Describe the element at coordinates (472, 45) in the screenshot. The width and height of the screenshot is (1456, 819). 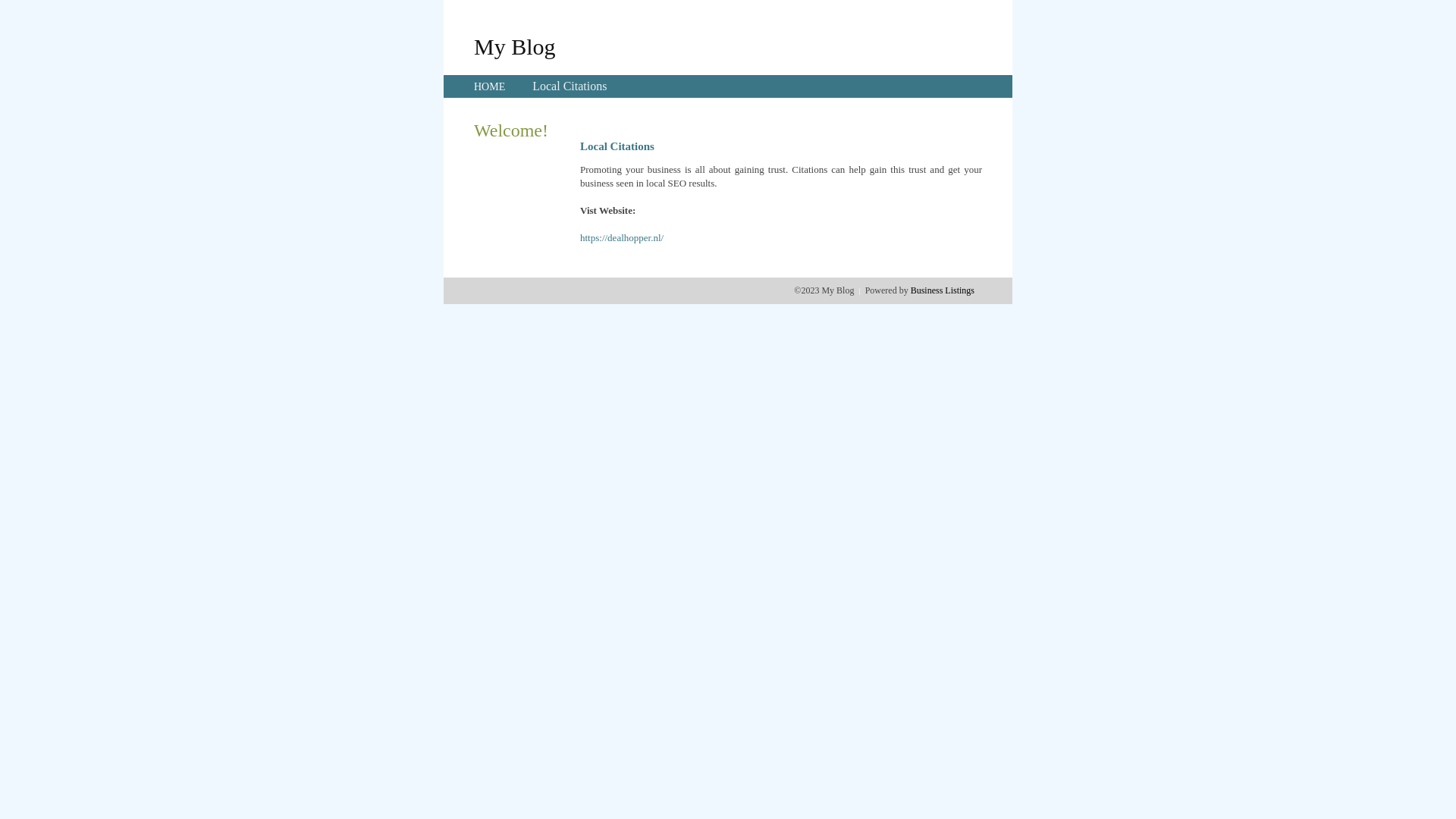
I see `'My Blog'` at that location.